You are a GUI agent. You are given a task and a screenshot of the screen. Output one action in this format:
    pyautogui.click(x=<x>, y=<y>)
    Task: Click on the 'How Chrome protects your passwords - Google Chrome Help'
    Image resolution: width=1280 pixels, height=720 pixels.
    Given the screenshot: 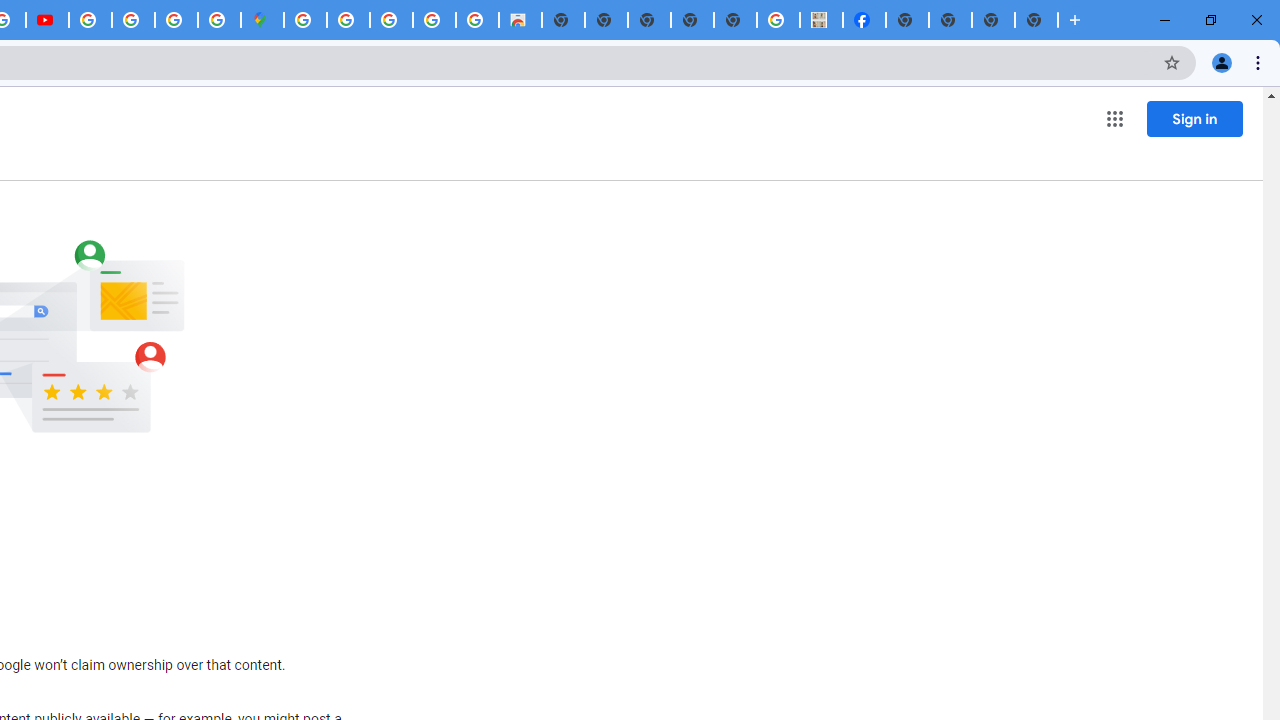 What is the action you would take?
    pyautogui.click(x=89, y=20)
    